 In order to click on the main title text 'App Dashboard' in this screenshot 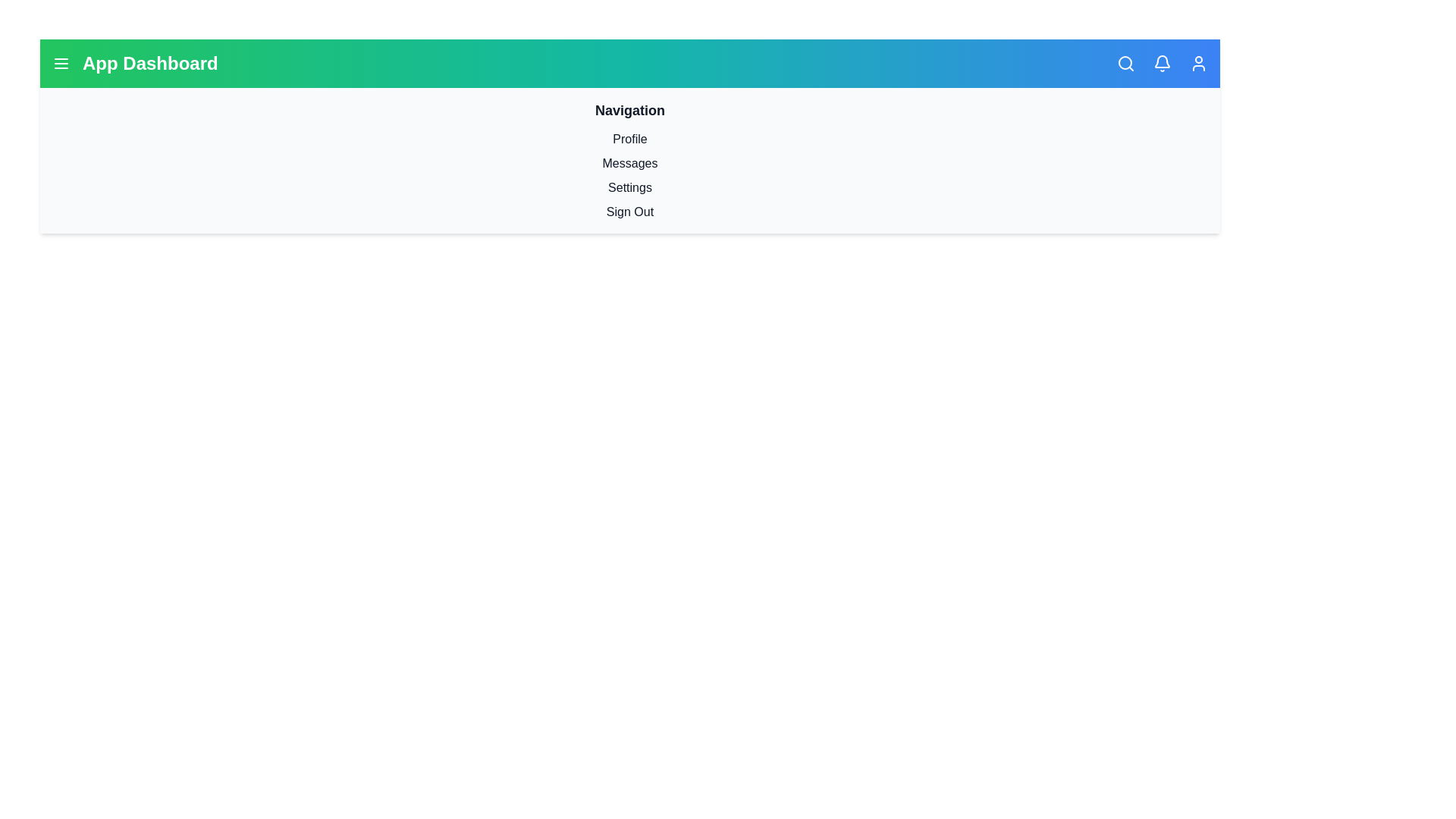, I will do `click(149, 63)`.